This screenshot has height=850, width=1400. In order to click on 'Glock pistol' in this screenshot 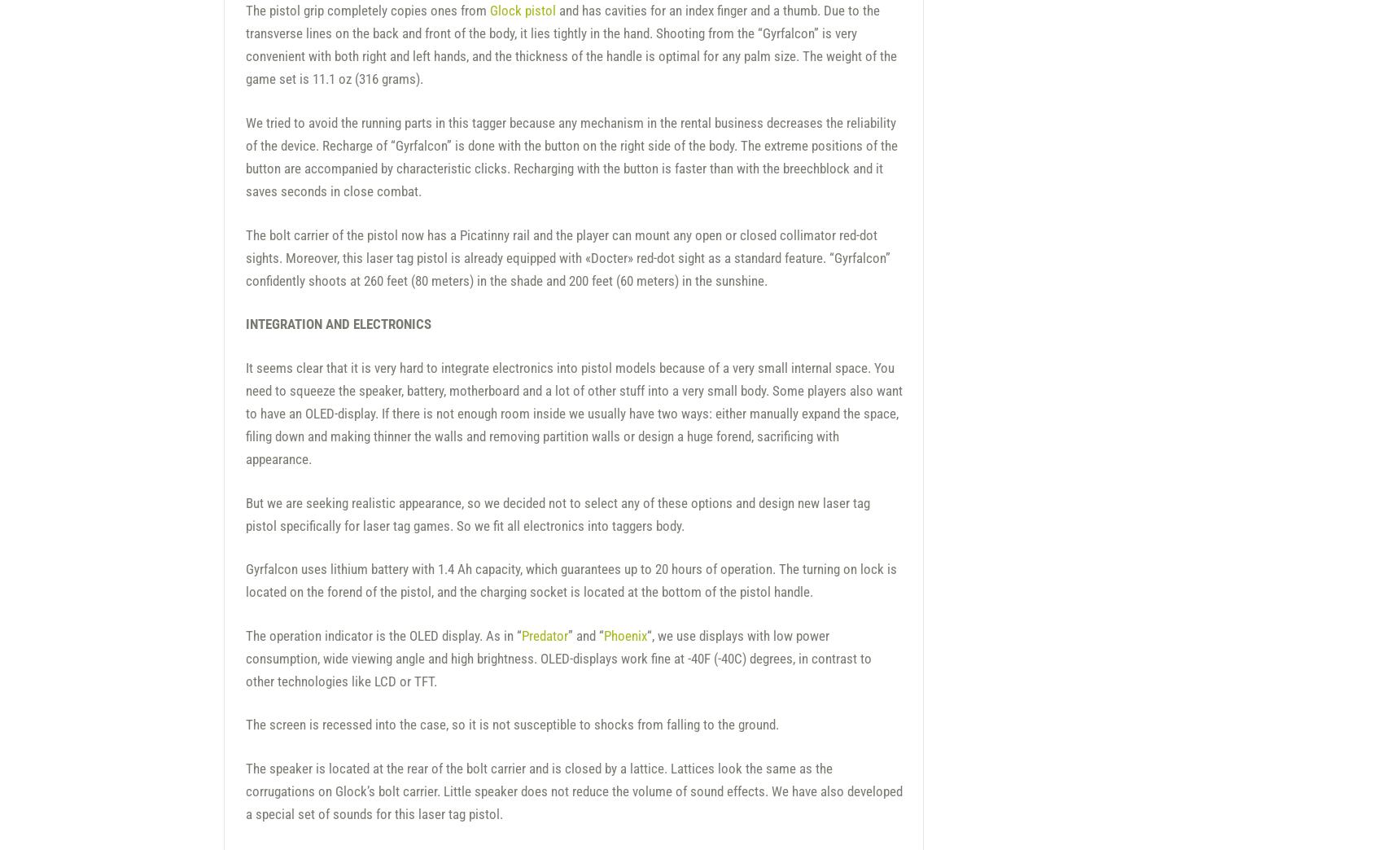, I will do `click(521, 10)`.